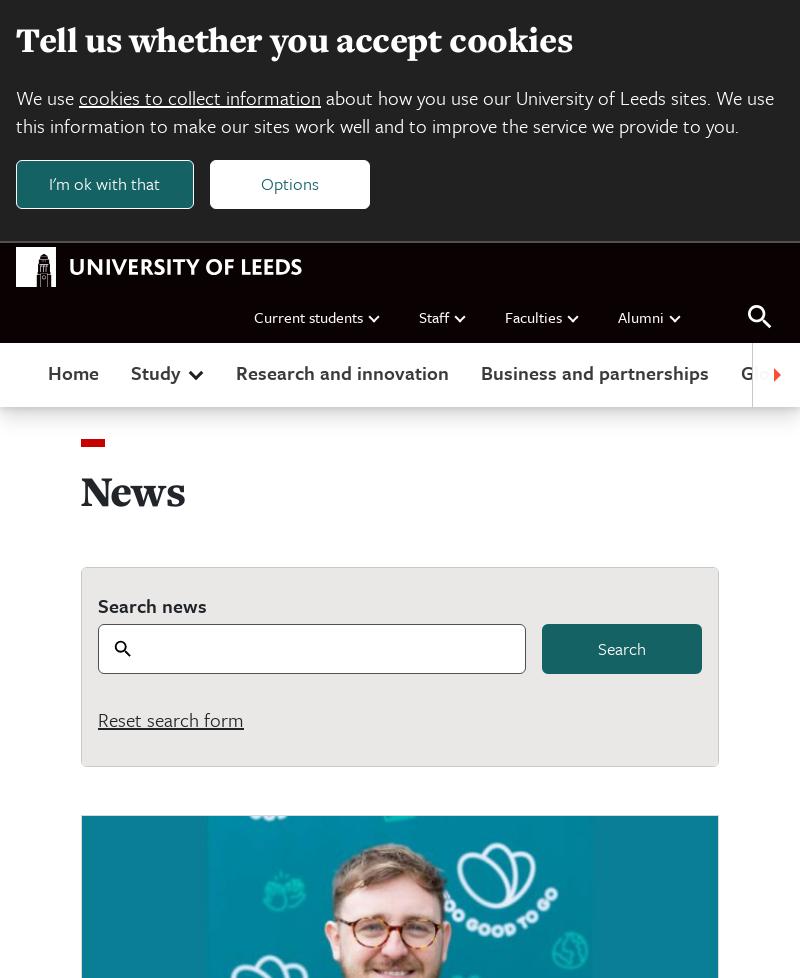 This screenshot has height=978, width=800. What do you see at coordinates (622, 647) in the screenshot?
I see `'Search'` at bounding box center [622, 647].